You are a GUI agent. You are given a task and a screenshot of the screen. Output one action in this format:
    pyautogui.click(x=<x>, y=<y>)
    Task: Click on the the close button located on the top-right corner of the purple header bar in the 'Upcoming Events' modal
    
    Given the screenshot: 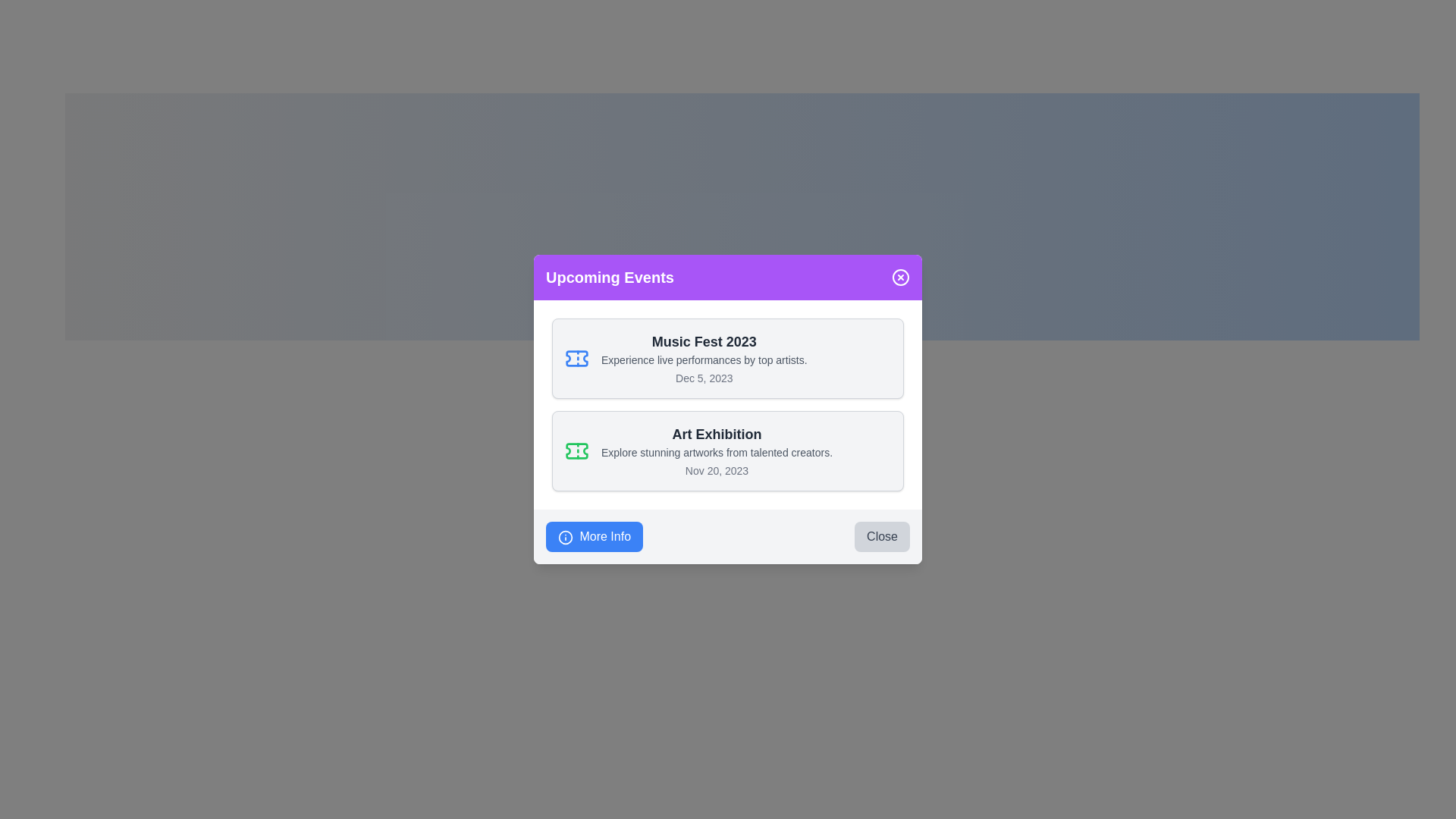 What is the action you would take?
    pyautogui.click(x=901, y=278)
    